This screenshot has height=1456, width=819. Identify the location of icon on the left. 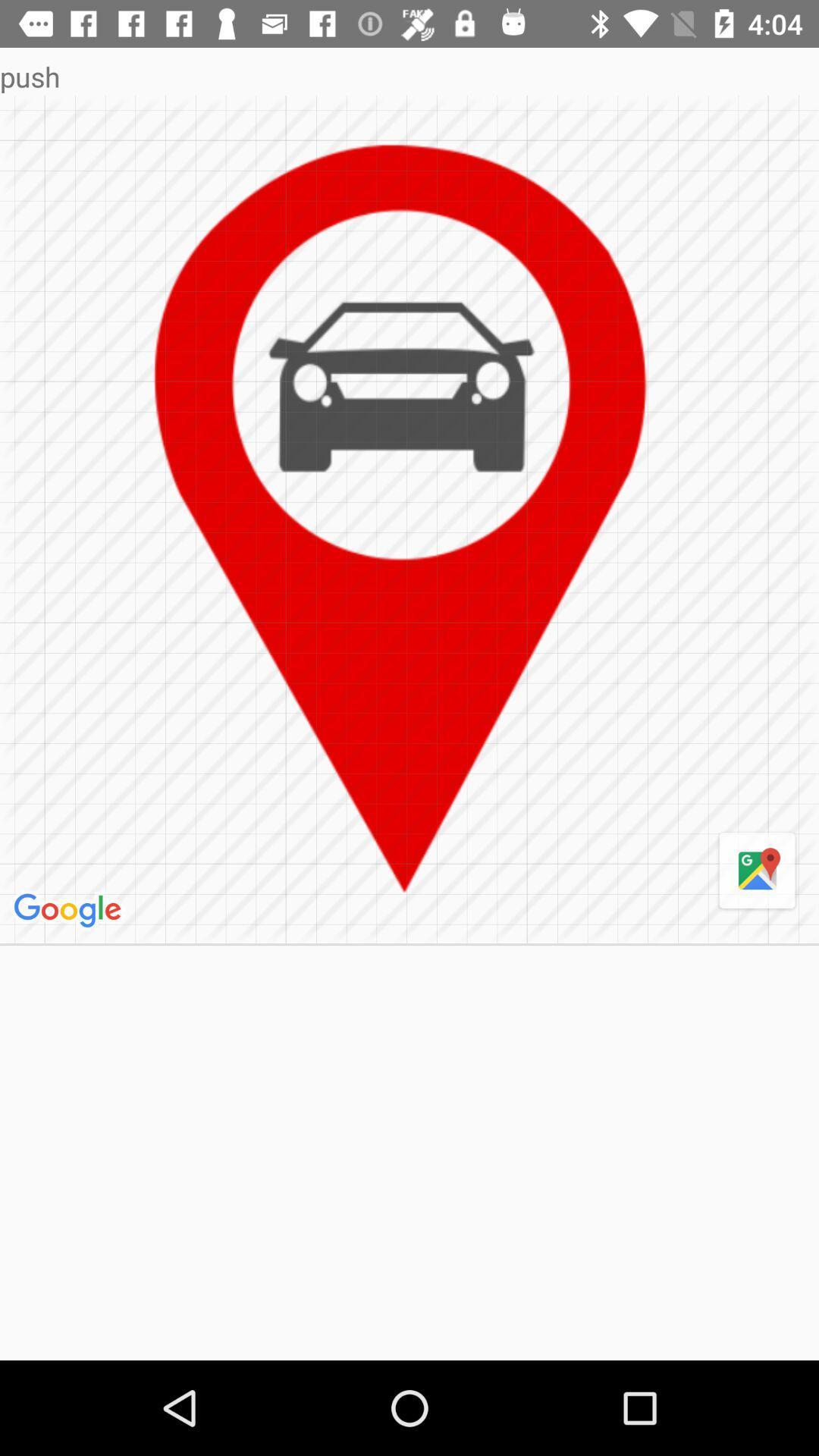
(70, 910).